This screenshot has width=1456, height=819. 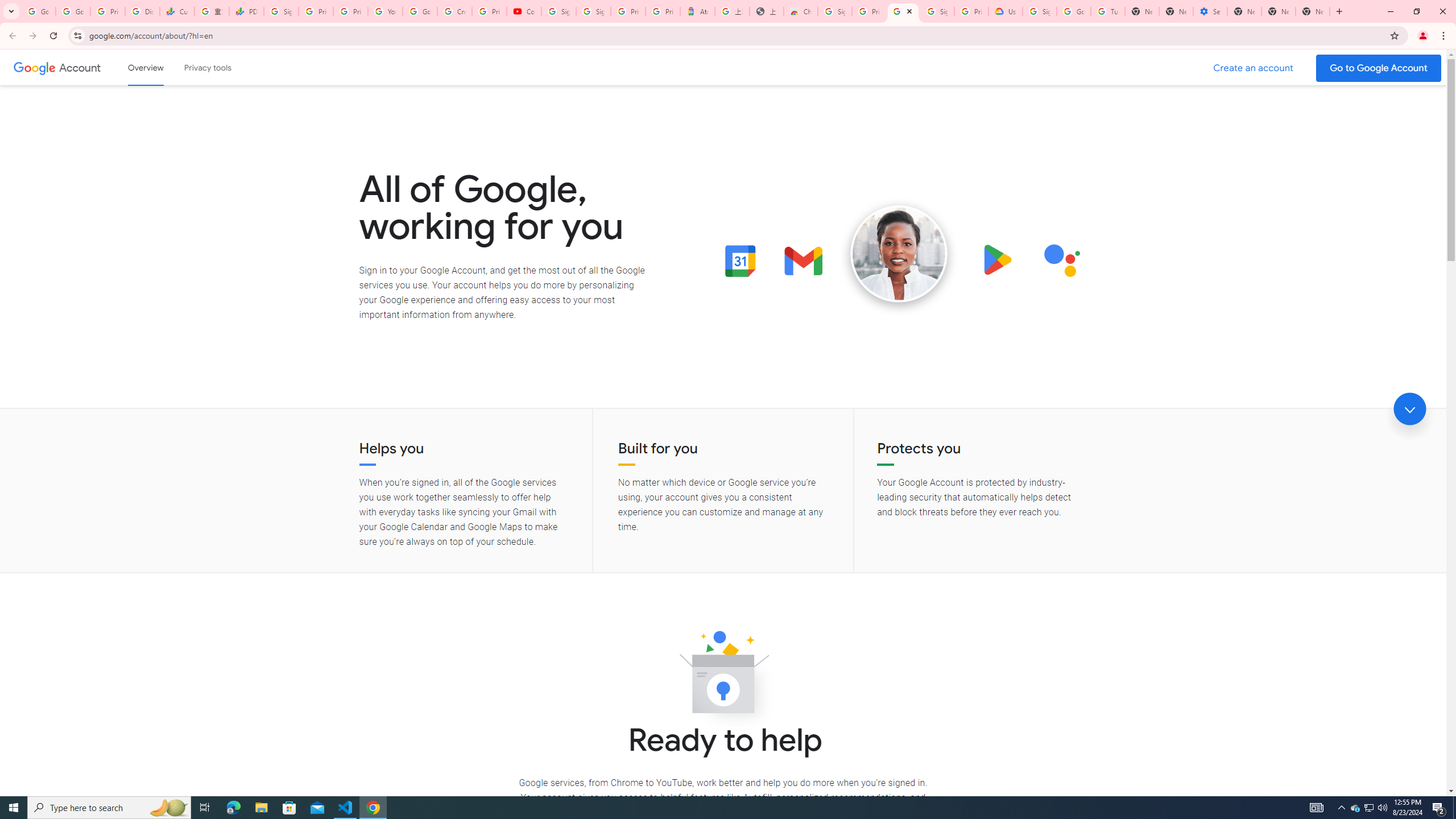 I want to click on 'Content Creator Programs & Opportunities - YouTube Creators', so click(x=524, y=11).